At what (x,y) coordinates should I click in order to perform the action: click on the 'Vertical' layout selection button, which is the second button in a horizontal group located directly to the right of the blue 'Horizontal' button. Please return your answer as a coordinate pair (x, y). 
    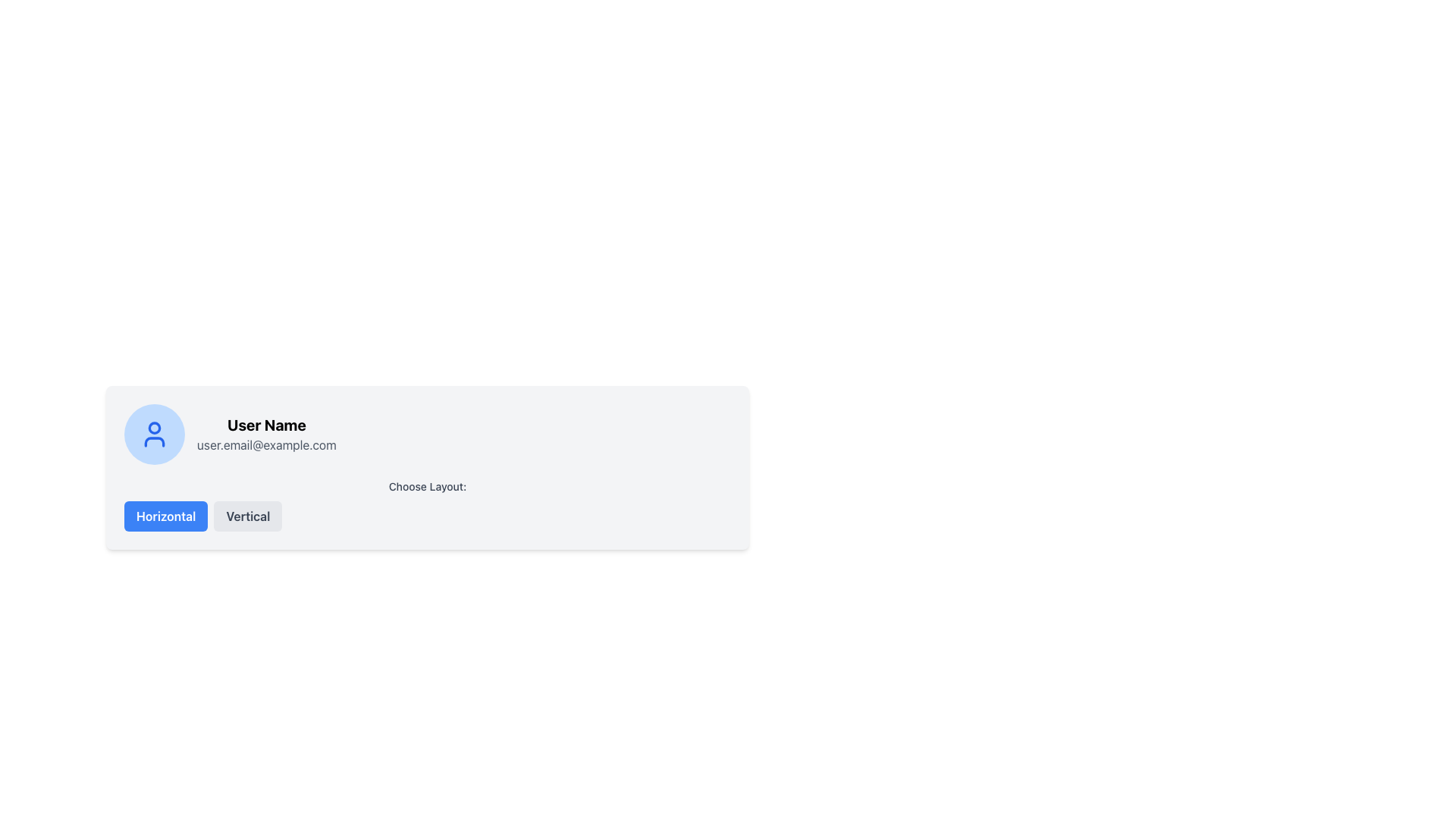
    Looking at the image, I should click on (248, 516).